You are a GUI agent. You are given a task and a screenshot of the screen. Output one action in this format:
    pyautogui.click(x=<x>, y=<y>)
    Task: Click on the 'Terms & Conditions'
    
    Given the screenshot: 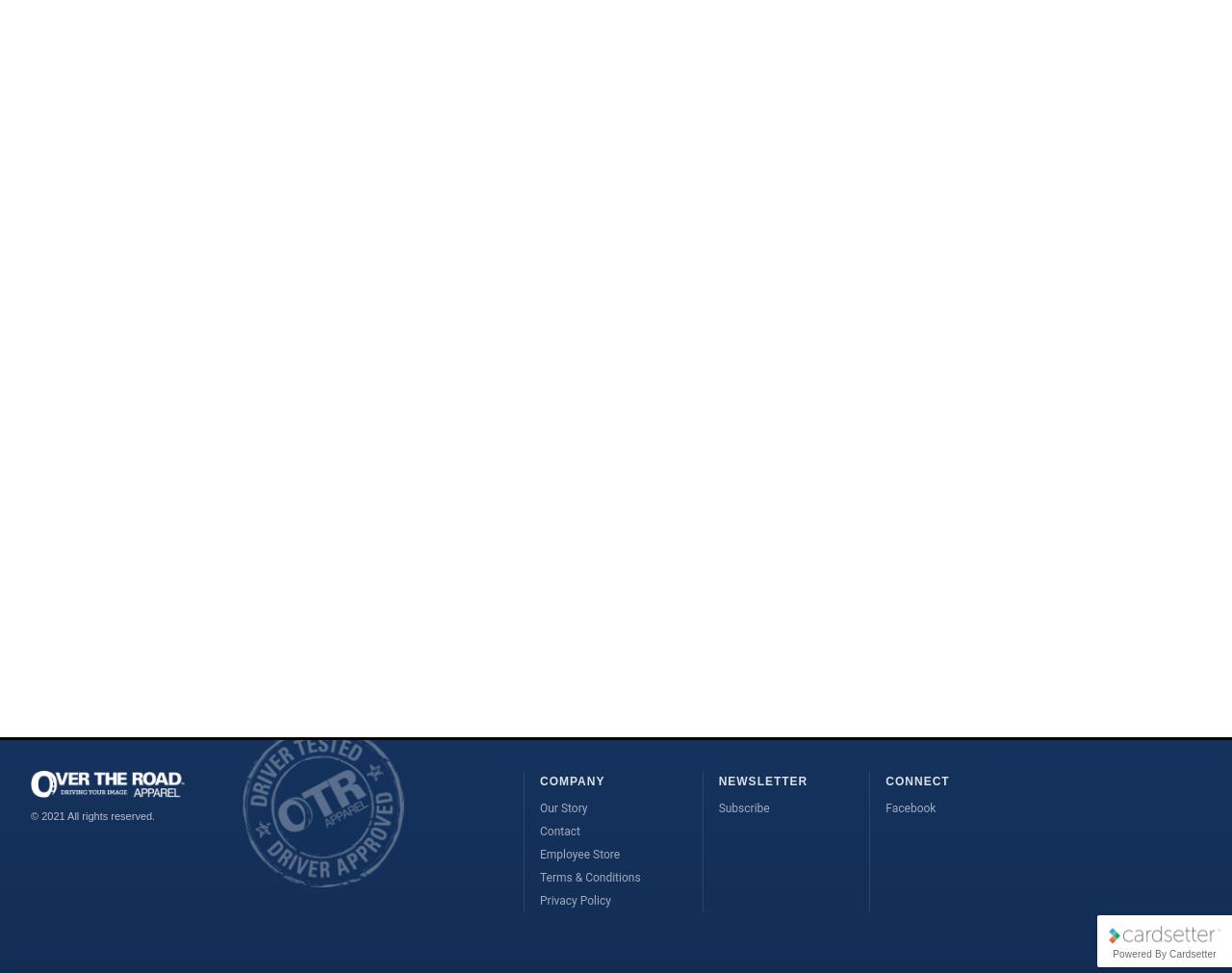 What is the action you would take?
    pyautogui.click(x=588, y=877)
    